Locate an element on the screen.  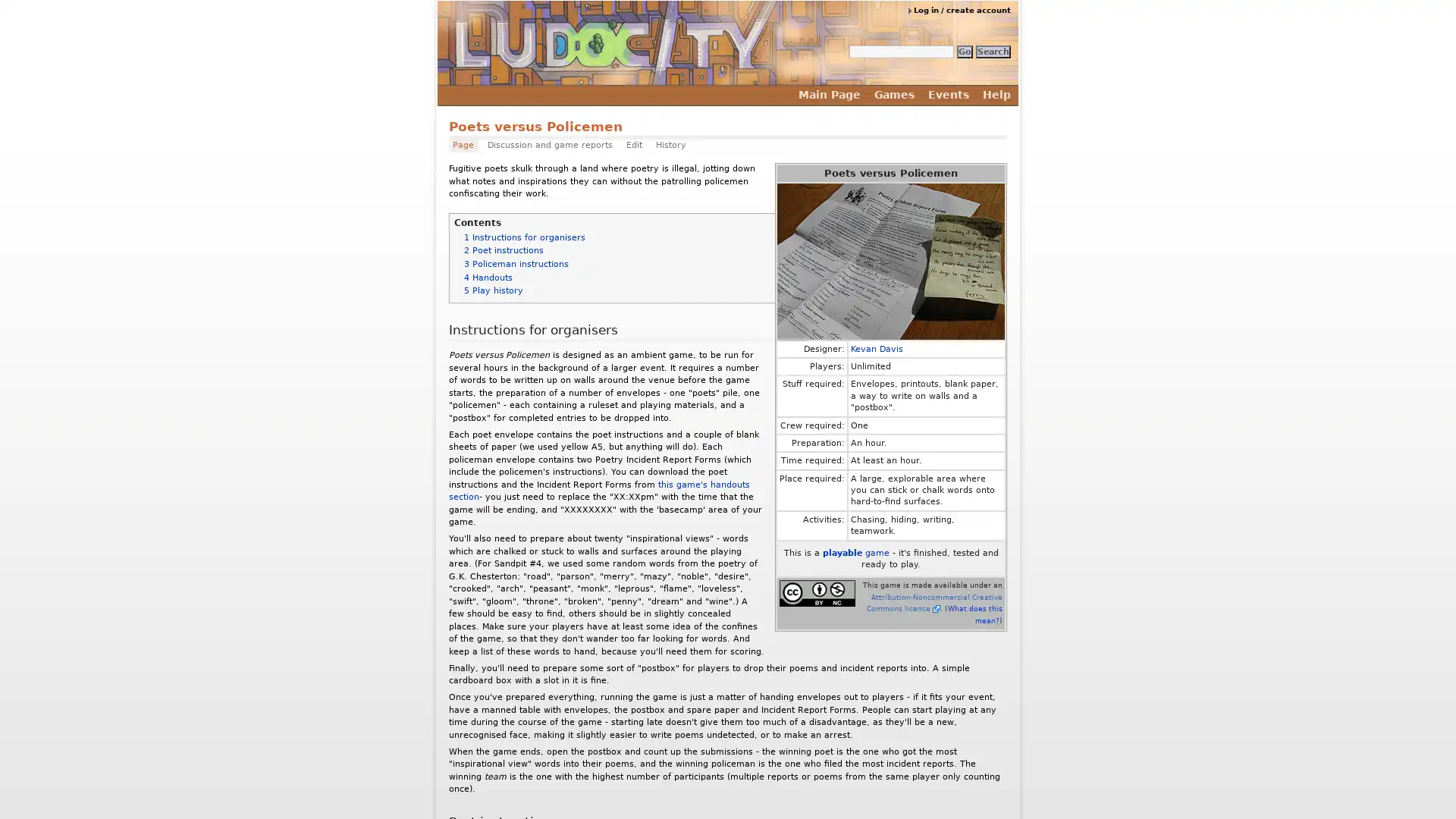
Go is located at coordinates (964, 51).